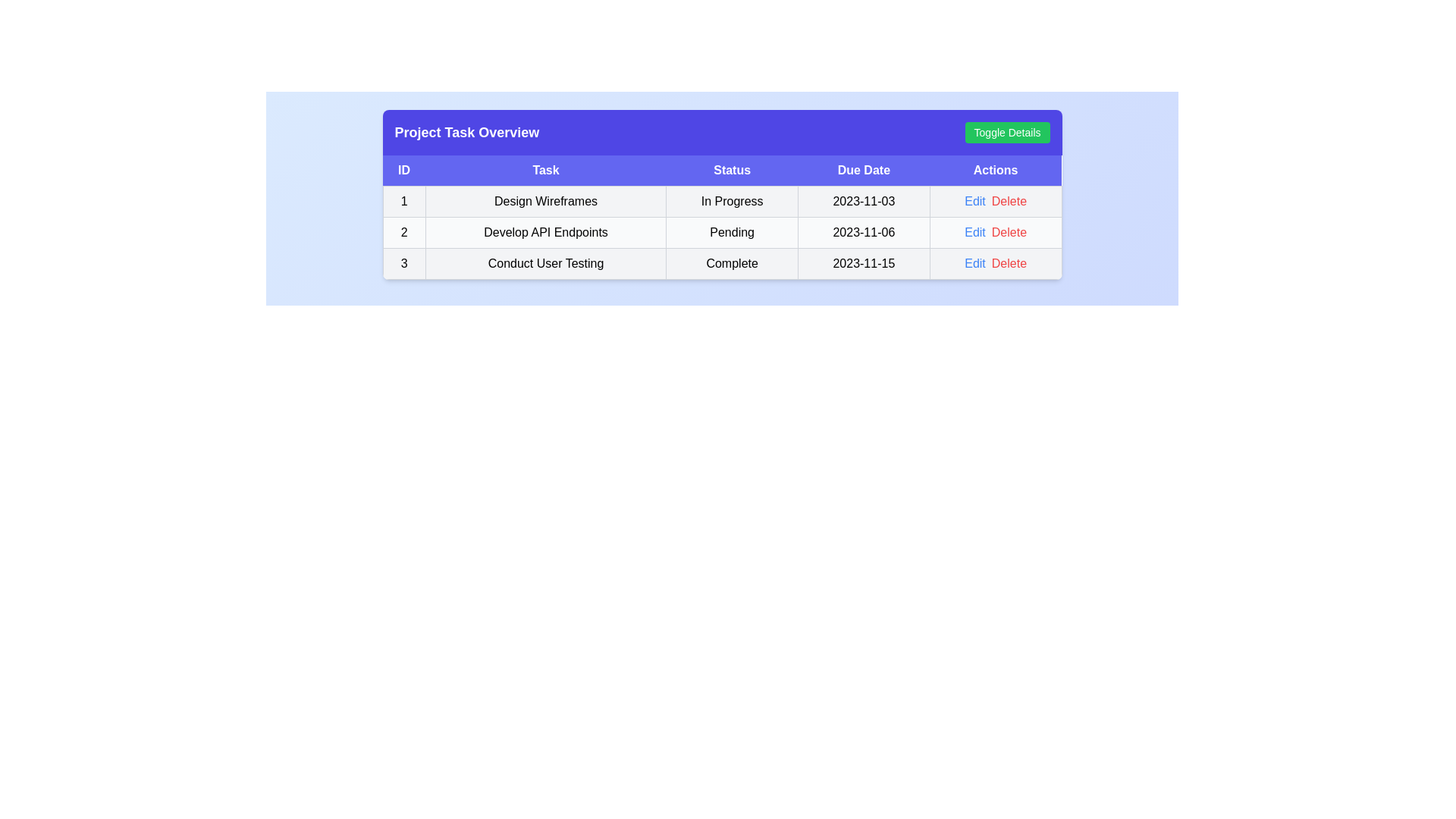 This screenshot has width=1456, height=819. I want to click on the 'Toggle Details' button to toggle the visibility of task details, so click(1007, 131).